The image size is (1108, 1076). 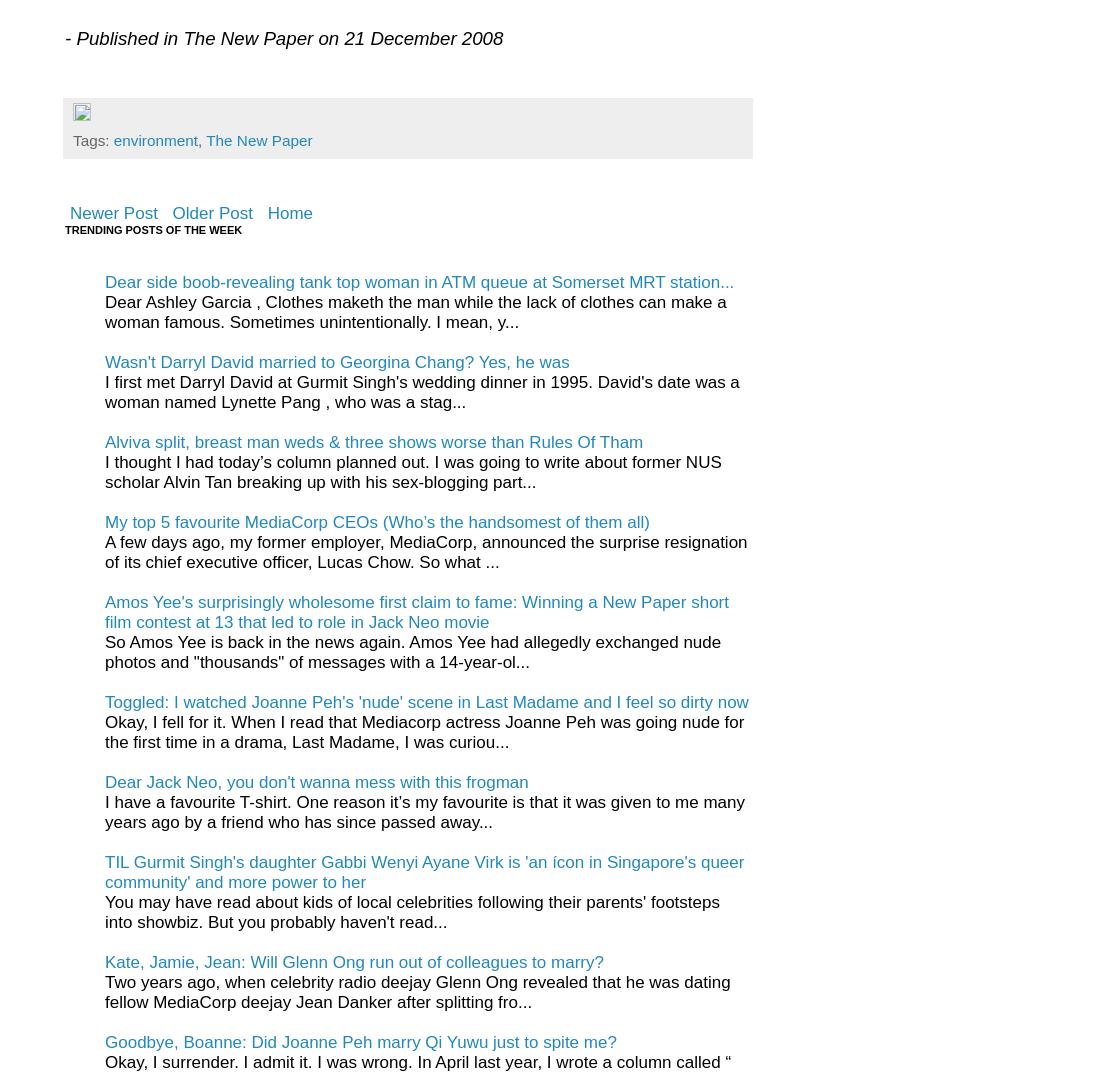 What do you see at coordinates (283, 36) in the screenshot?
I see `'- Published in The New Paper on 21 December 2008'` at bounding box center [283, 36].